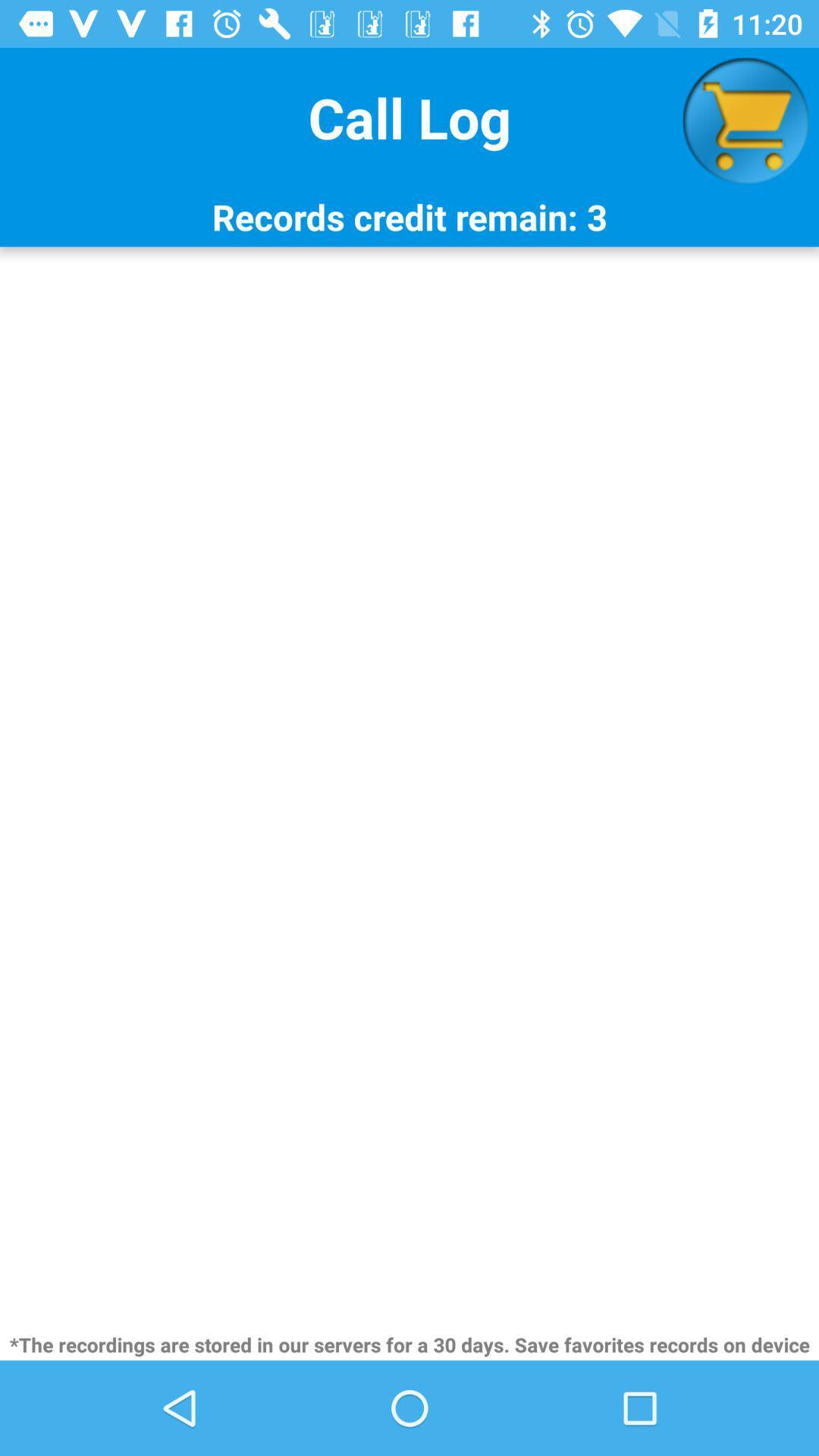 The width and height of the screenshot is (819, 1456). What do you see at coordinates (409, 788) in the screenshot?
I see `the icon at the center` at bounding box center [409, 788].